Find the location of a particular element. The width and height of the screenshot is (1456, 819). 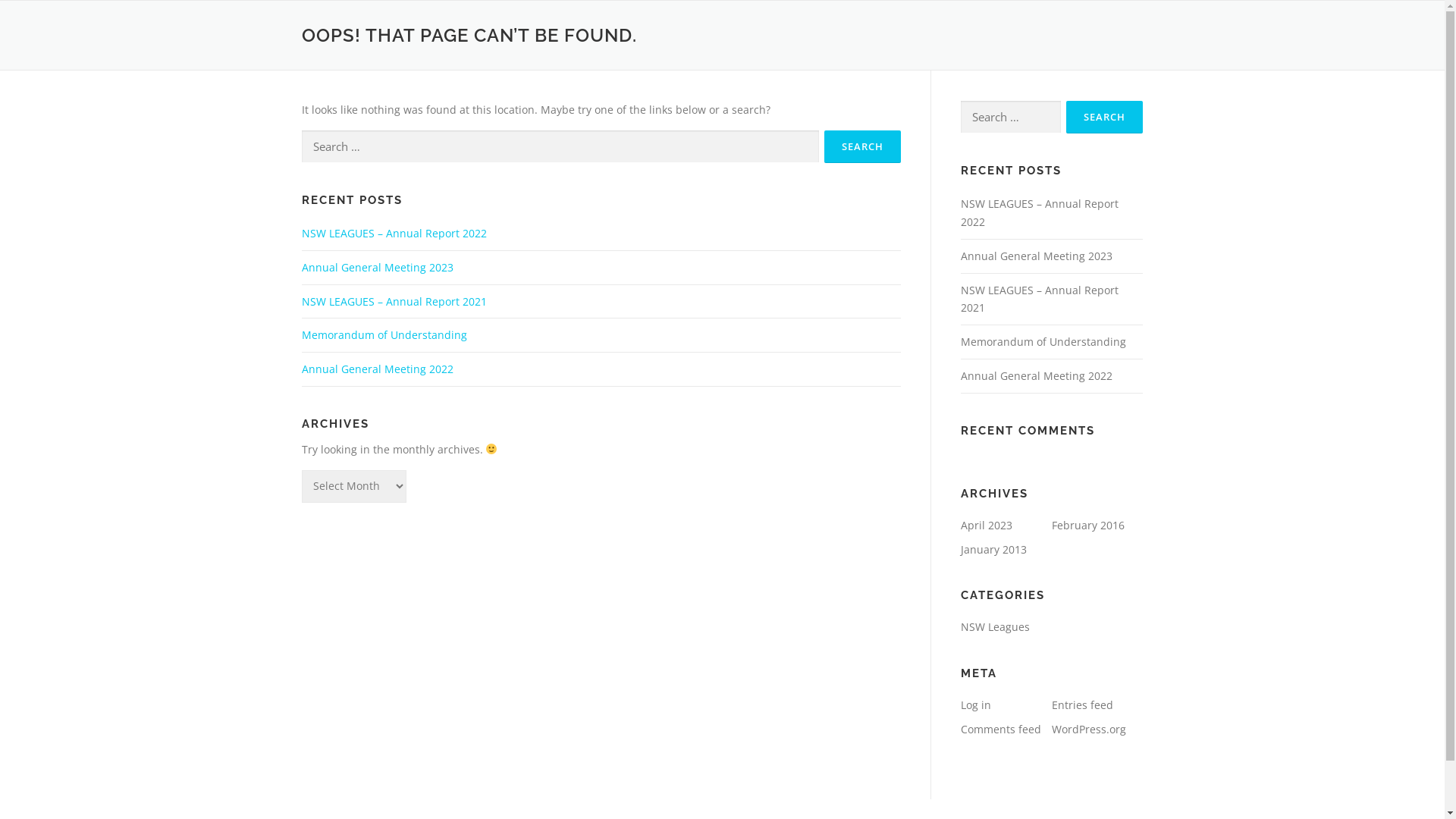

'February 2016' is located at coordinates (1087, 524).